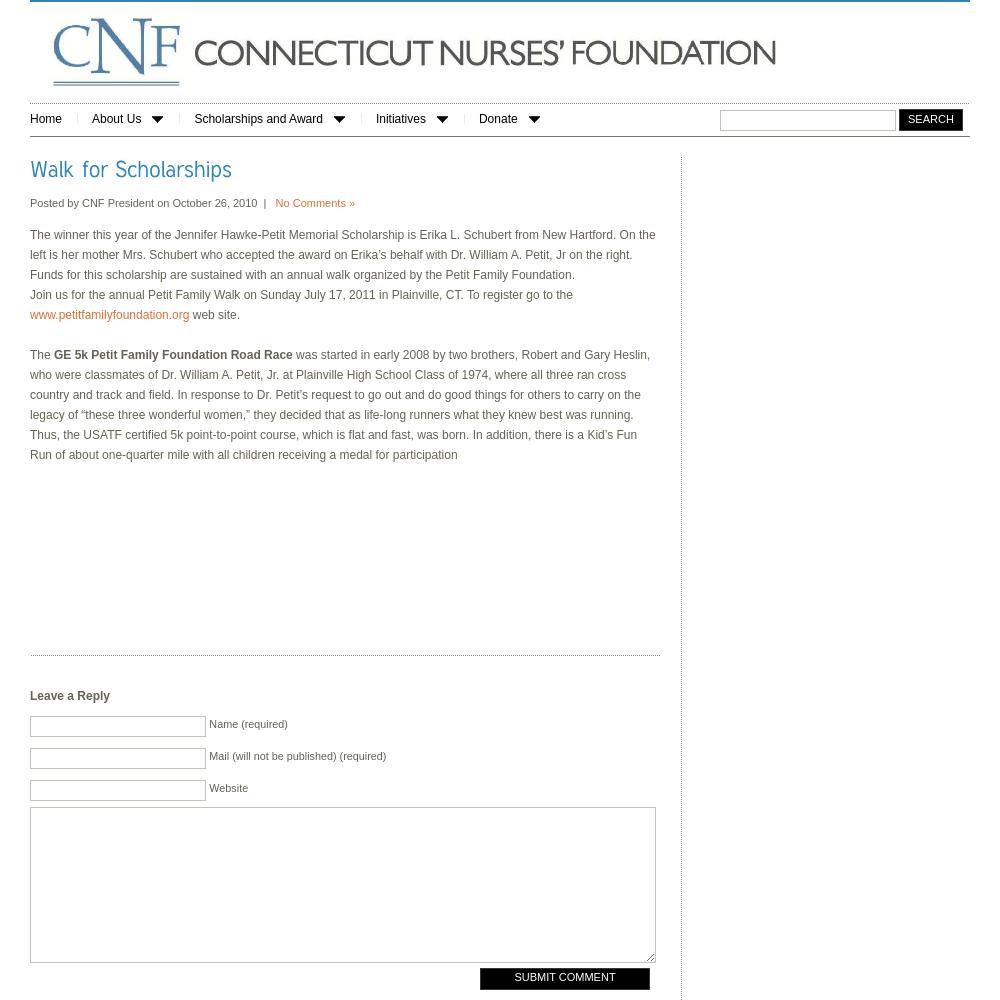 The height and width of the screenshot is (1000, 1000). What do you see at coordinates (69, 695) in the screenshot?
I see `'Leave a Reply'` at bounding box center [69, 695].